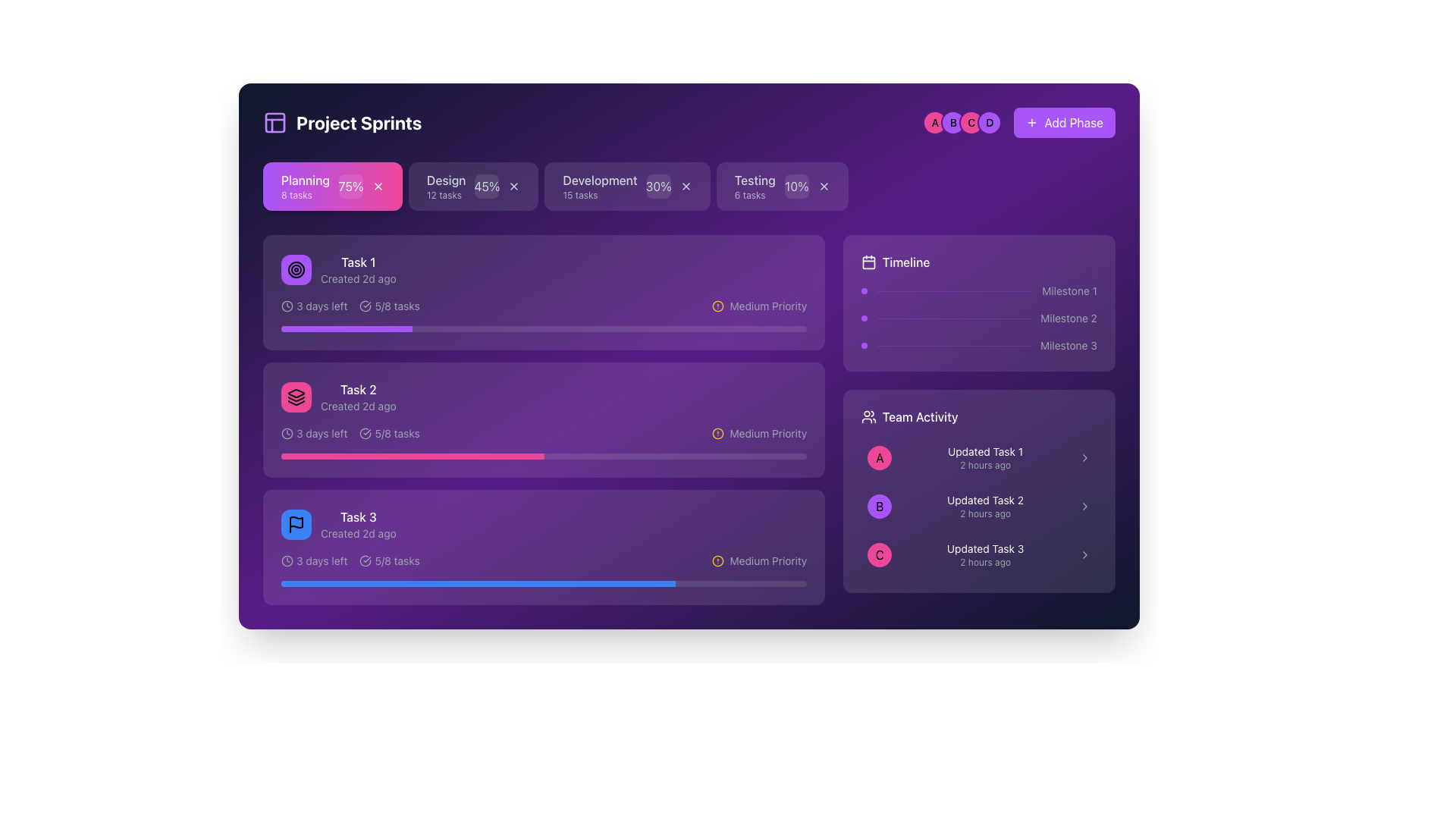  I want to click on the black icon consisting of three horizontally-stacked parallelogram shapes inside a circular pink background, so click(296, 397).